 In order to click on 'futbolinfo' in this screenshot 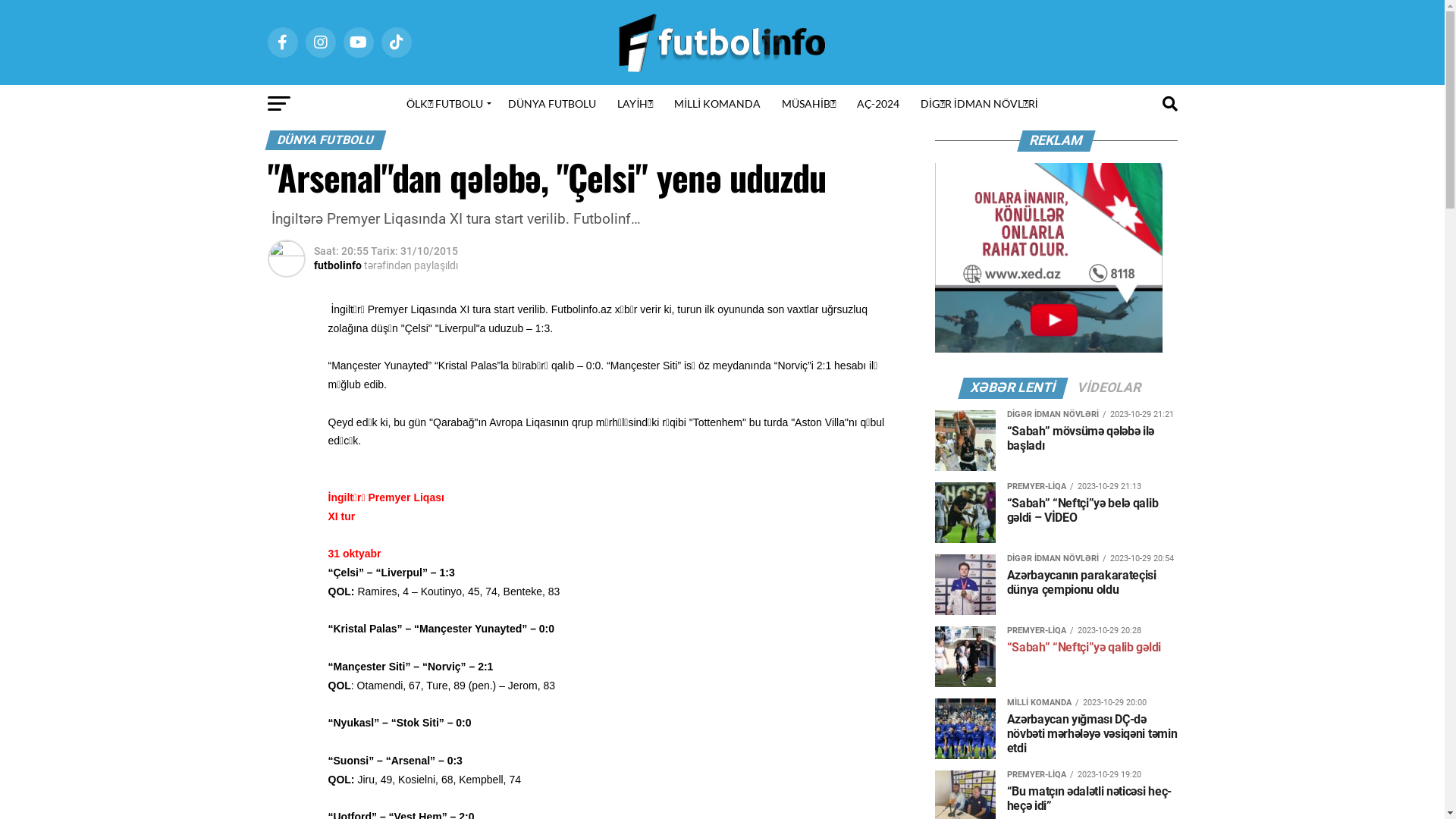, I will do `click(337, 265)`.